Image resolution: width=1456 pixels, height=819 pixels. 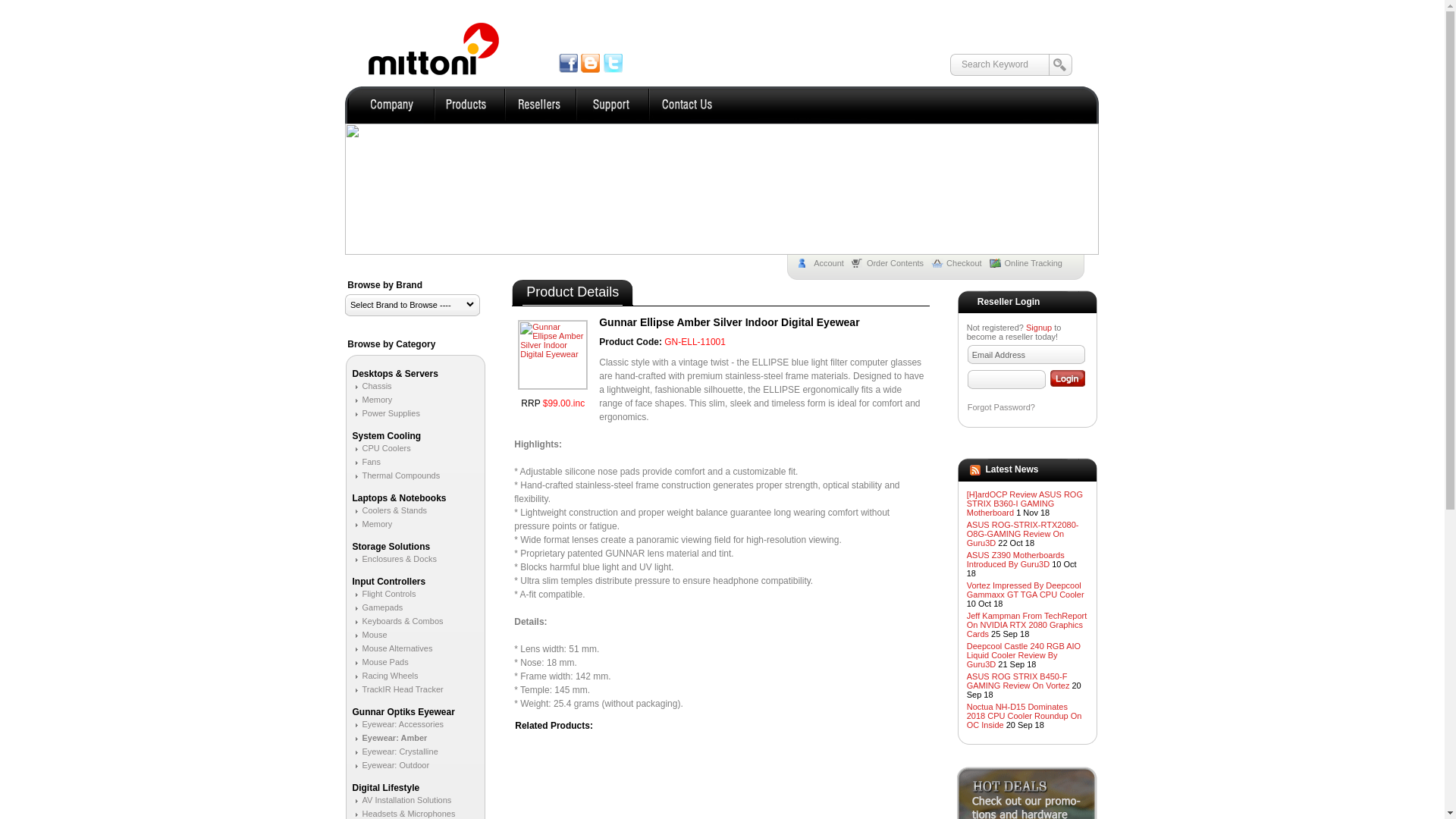 What do you see at coordinates (959, 262) in the screenshot?
I see `'Checkout'` at bounding box center [959, 262].